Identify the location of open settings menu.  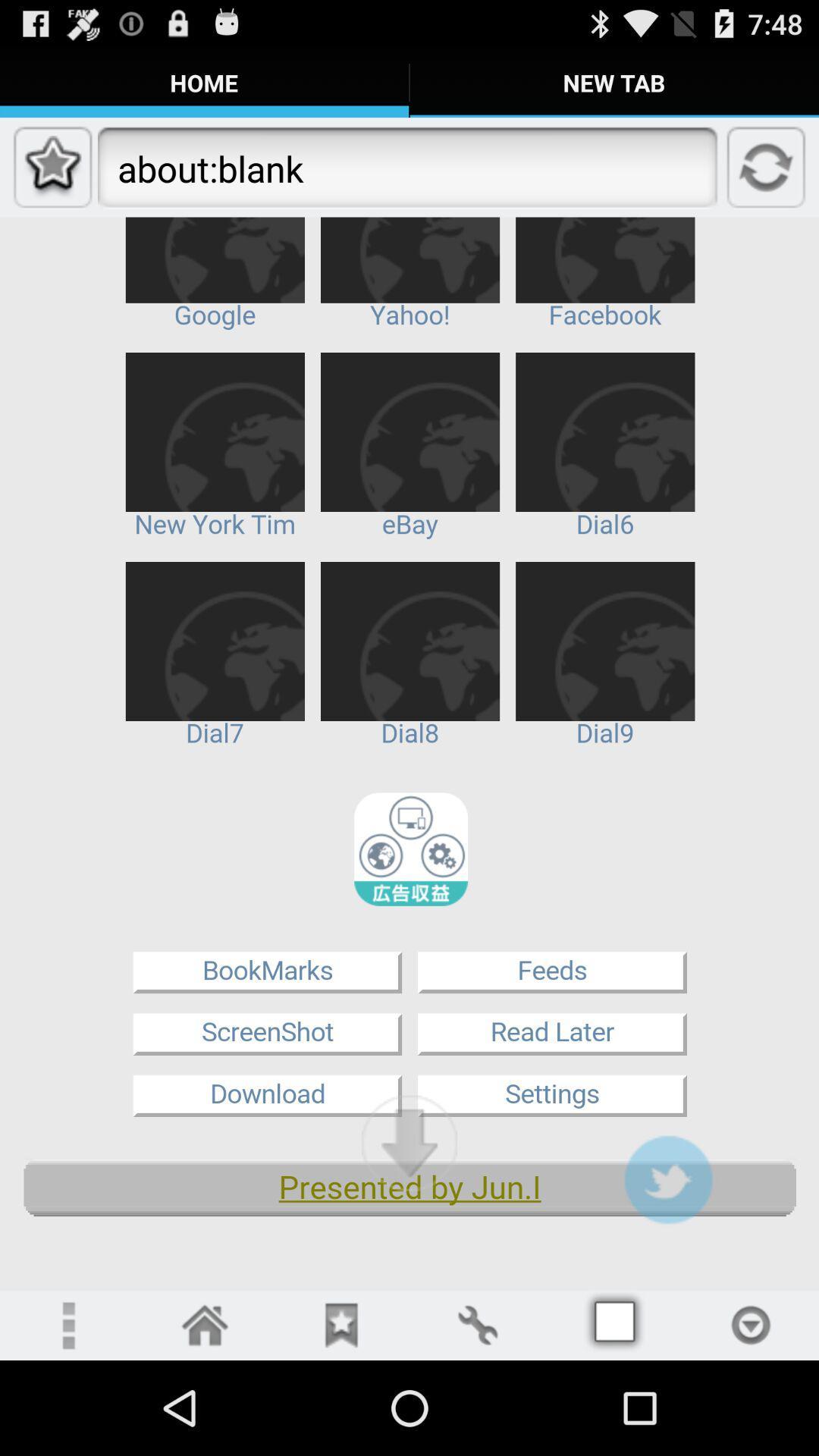
(476, 1324).